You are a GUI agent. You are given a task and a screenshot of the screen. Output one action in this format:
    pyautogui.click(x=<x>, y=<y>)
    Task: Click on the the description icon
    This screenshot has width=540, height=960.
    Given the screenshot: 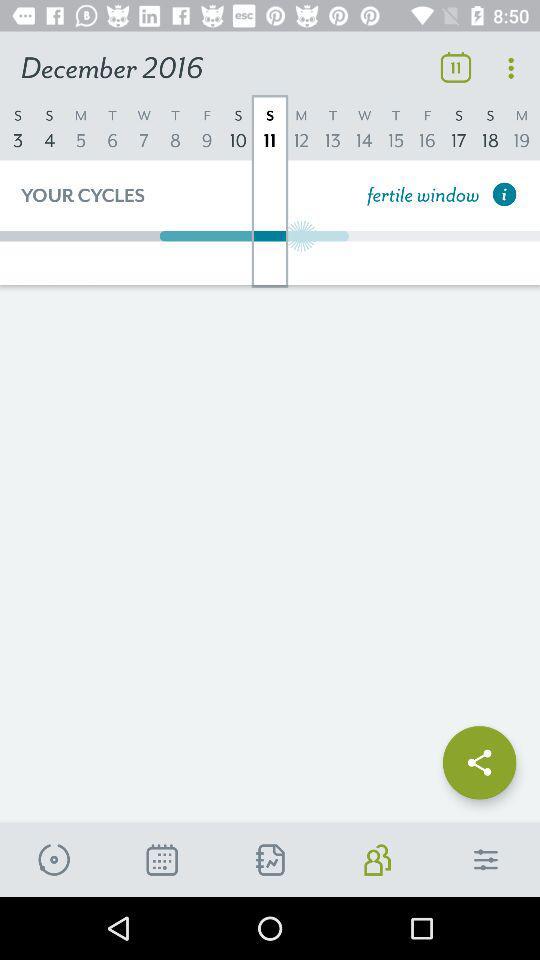 What is the action you would take?
    pyautogui.click(x=161, y=859)
    